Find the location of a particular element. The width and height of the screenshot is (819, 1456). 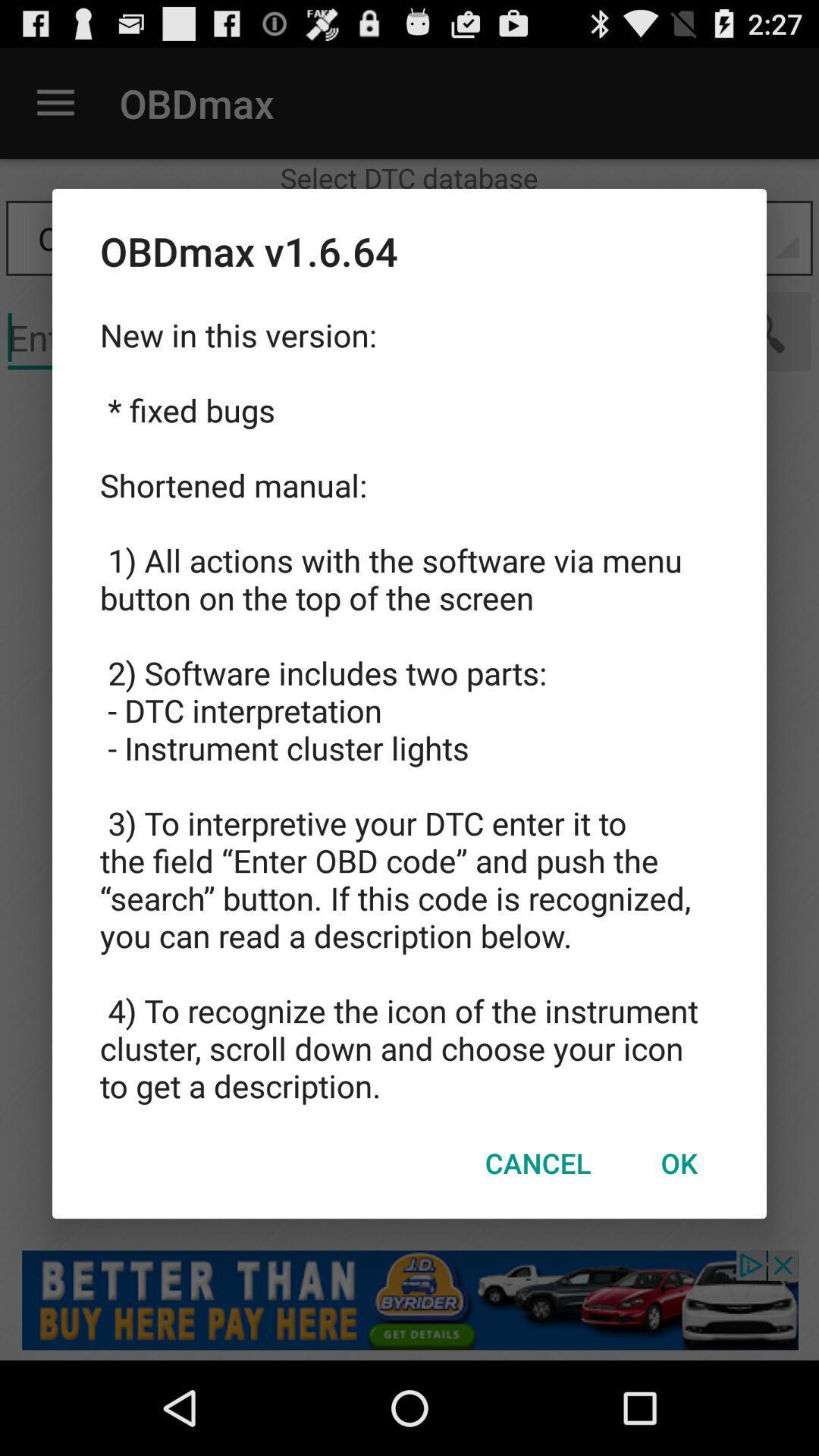

icon at the bottom right corner is located at coordinates (678, 1162).